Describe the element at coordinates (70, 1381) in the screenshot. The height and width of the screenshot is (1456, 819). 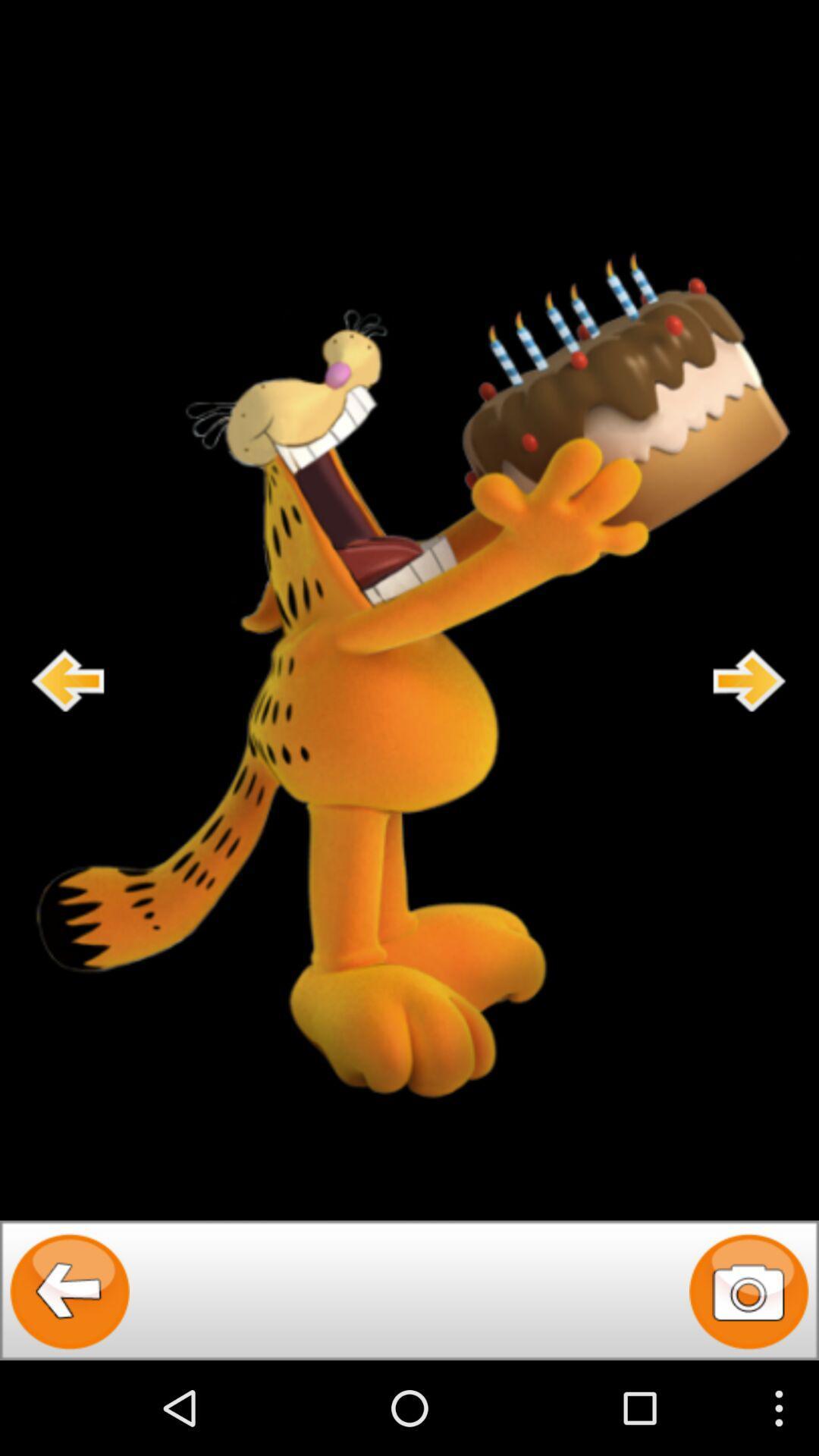
I see `the arrow_backward icon` at that location.